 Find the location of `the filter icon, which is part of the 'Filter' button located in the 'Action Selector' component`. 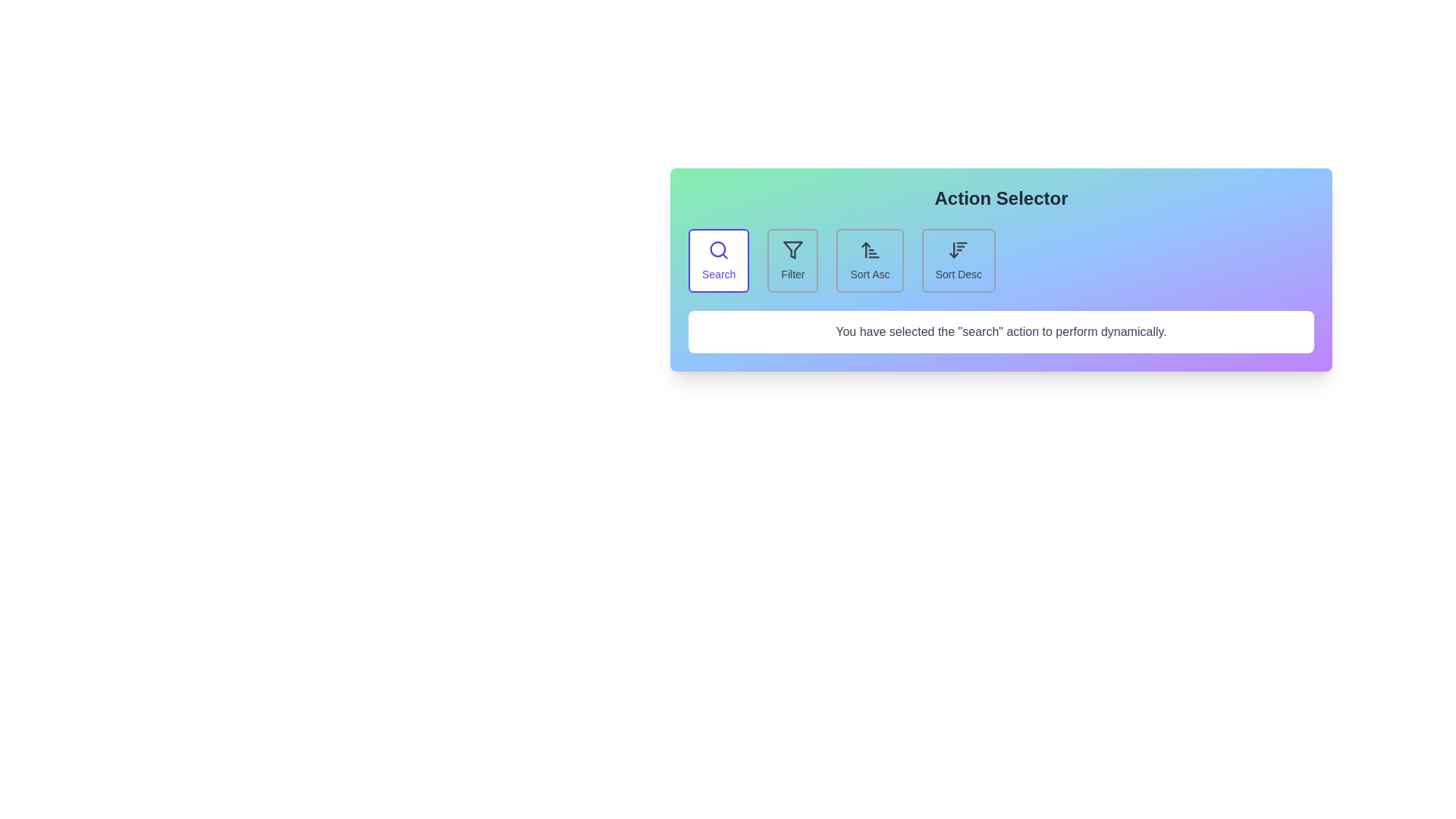

the filter icon, which is part of the 'Filter' button located in the 'Action Selector' component is located at coordinates (792, 249).